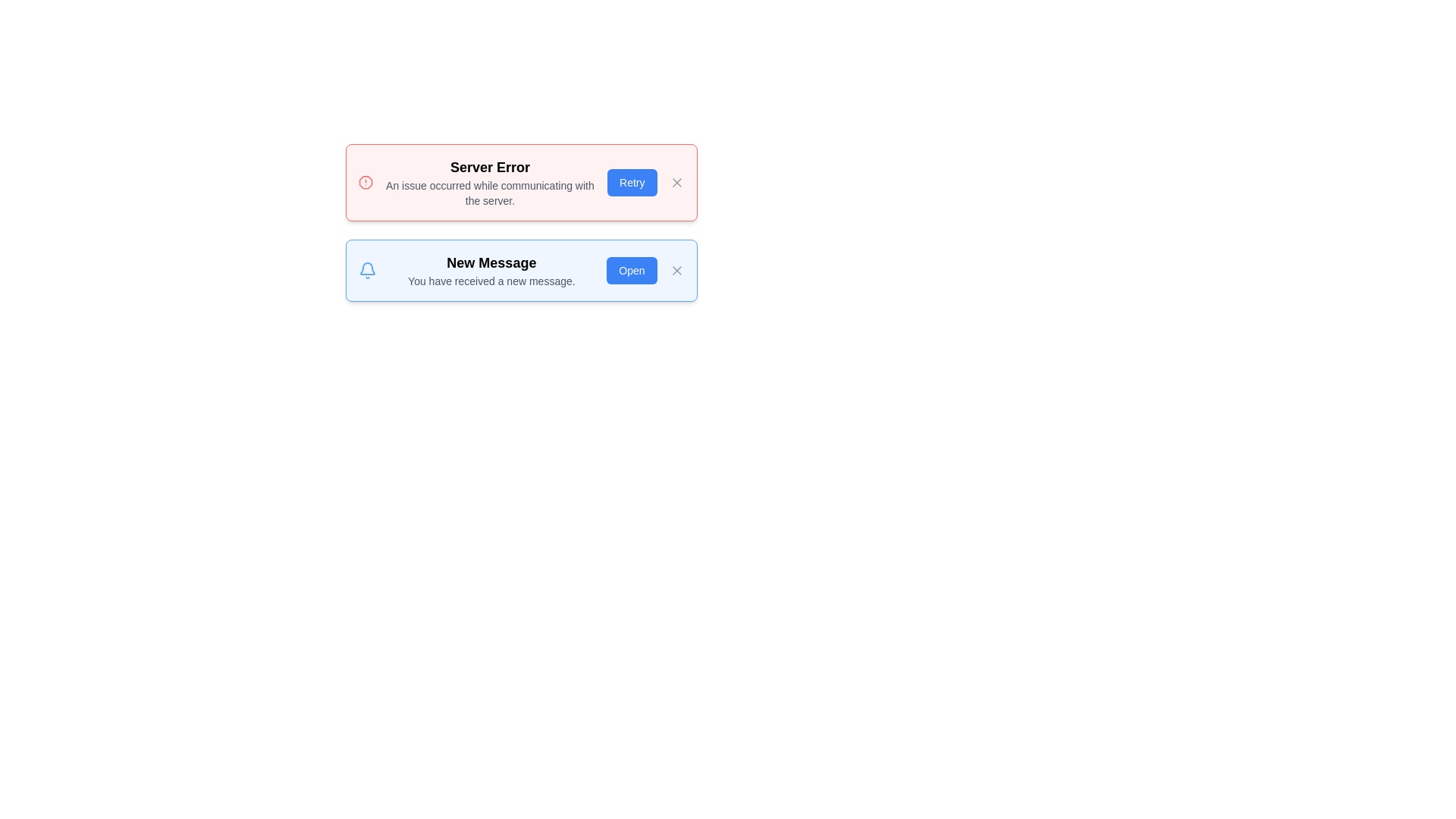 The height and width of the screenshot is (819, 1456). What do you see at coordinates (367, 268) in the screenshot?
I see `the left half of the blue bell icon's outline, which is part of a notification symbol located near the middle top of the interface` at bounding box center [367, 268].